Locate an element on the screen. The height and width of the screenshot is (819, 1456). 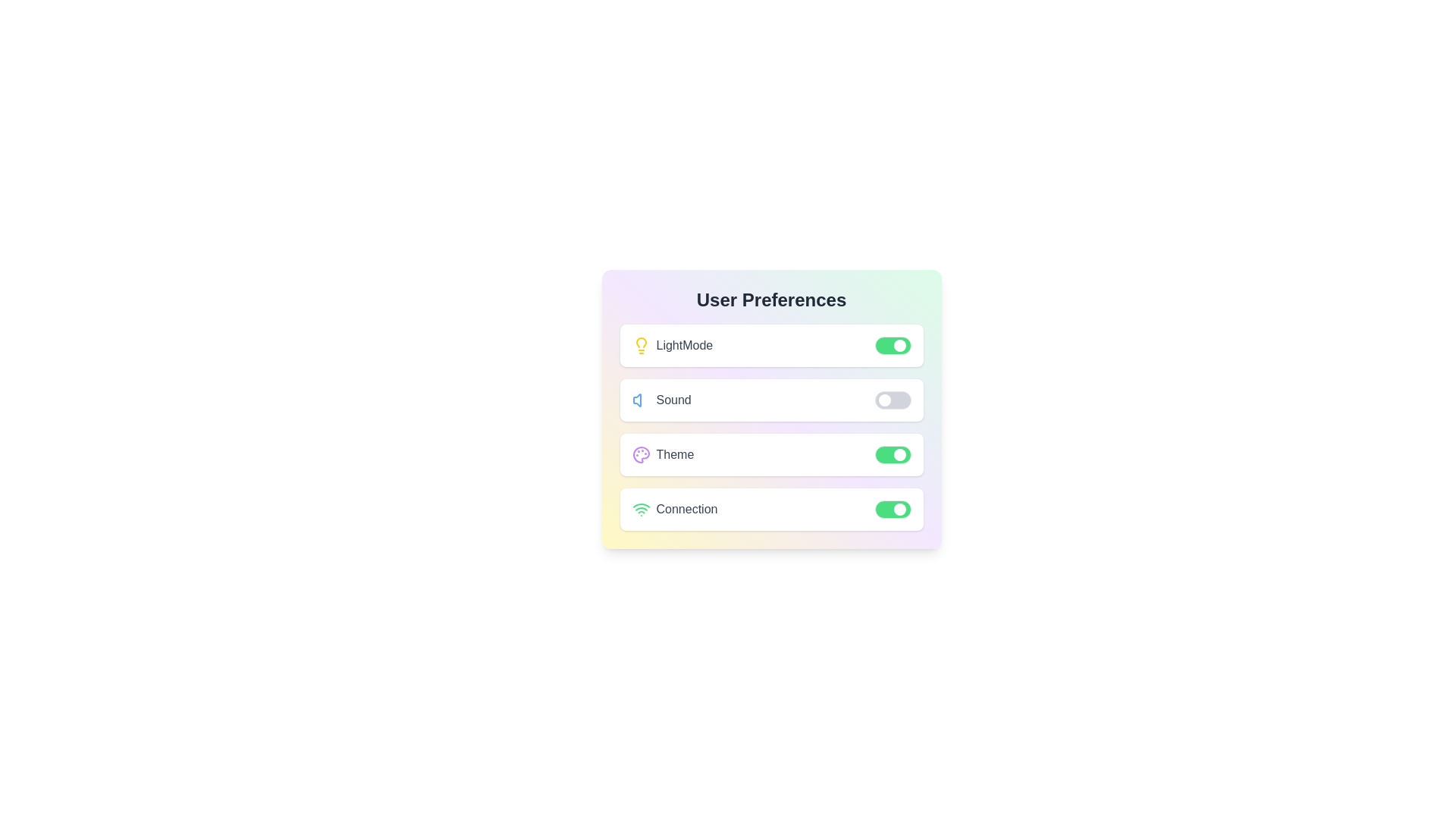
the sound preference icon located in the 'User Preferences' settings panel, which visually indicates sound-related settings is located at coordinates (641, 400).